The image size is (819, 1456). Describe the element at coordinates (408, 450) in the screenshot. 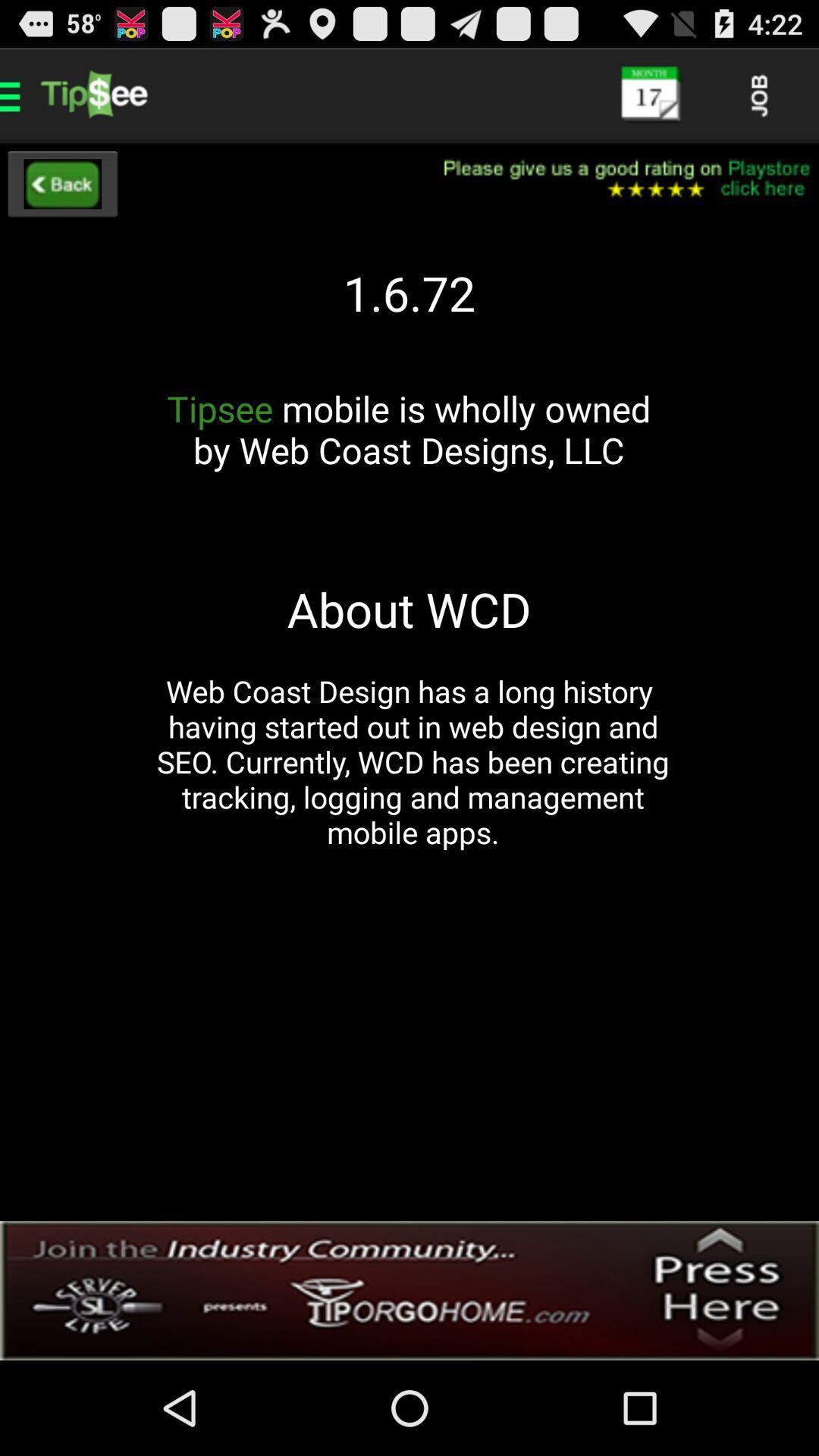

I see `app below the 1.6.72 icon` at that location.